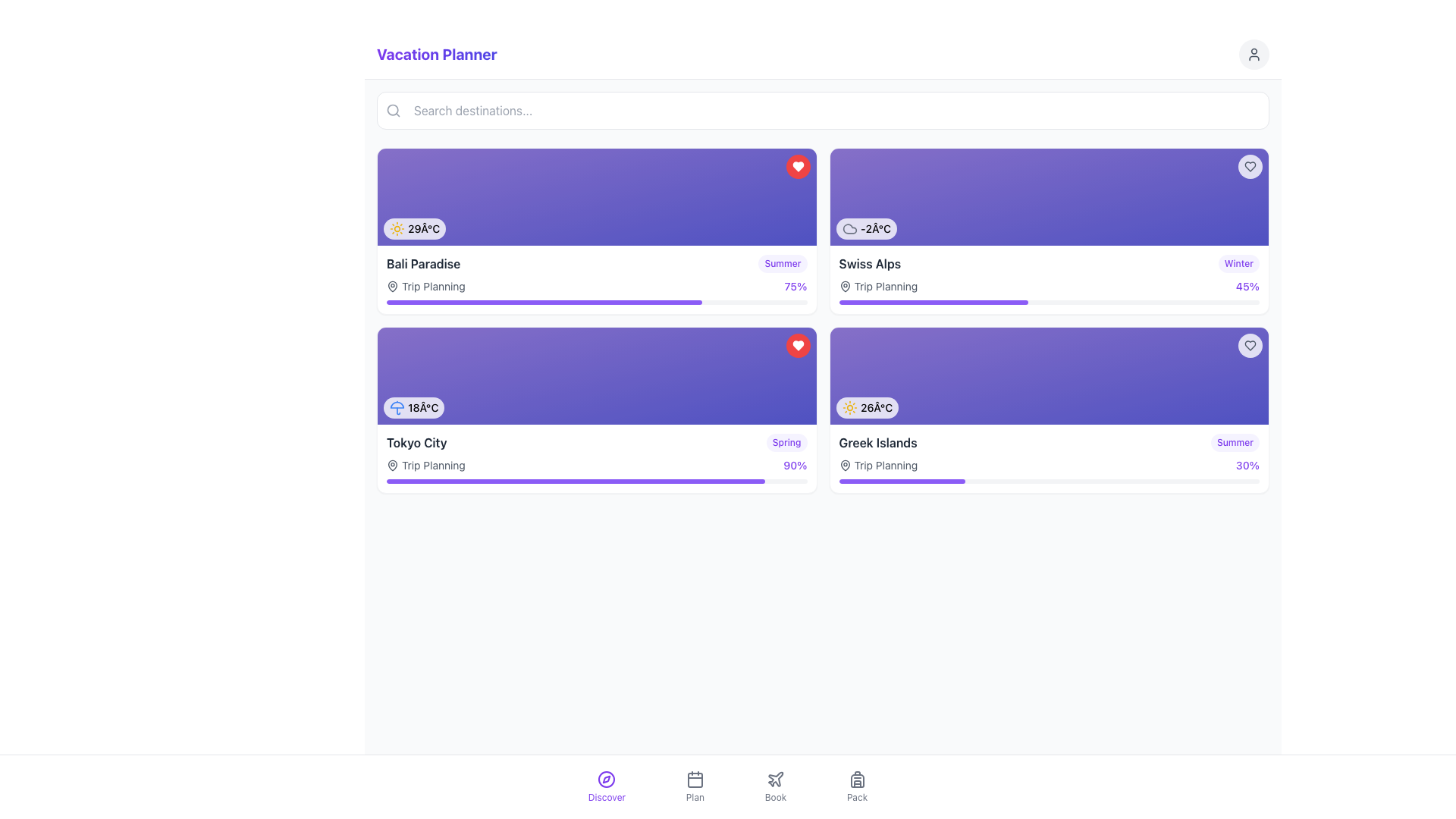 This screenshot has width=1456, height=819. I want to click on the favorite icon button located in the top-right corner of the 'Swiss Alps' card, so click(1250, 166).